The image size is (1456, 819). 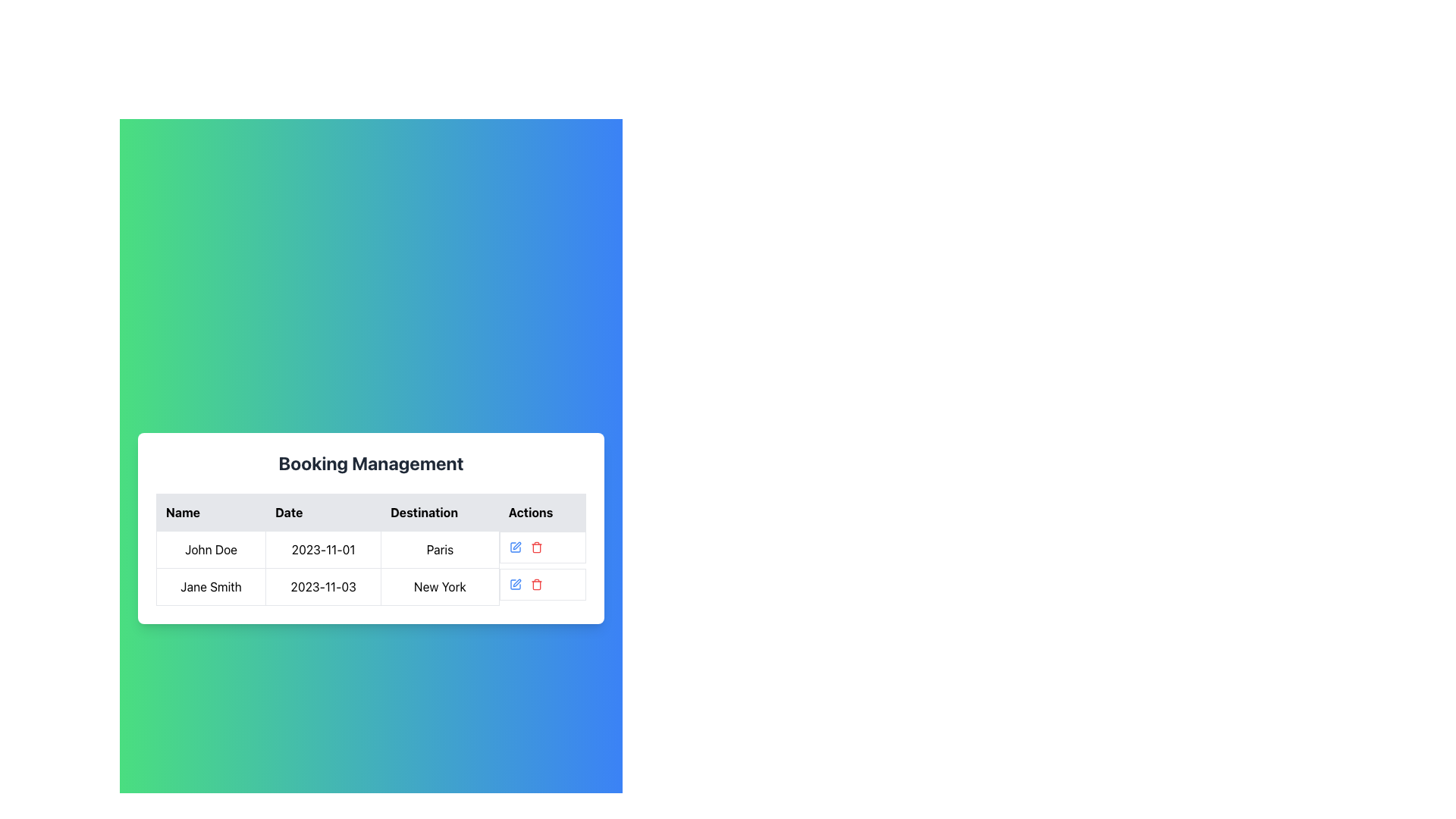 I want to click on the delete icon button located at the far right of the second row in the 'Actions' column of the table, so click(x=536, y=547).